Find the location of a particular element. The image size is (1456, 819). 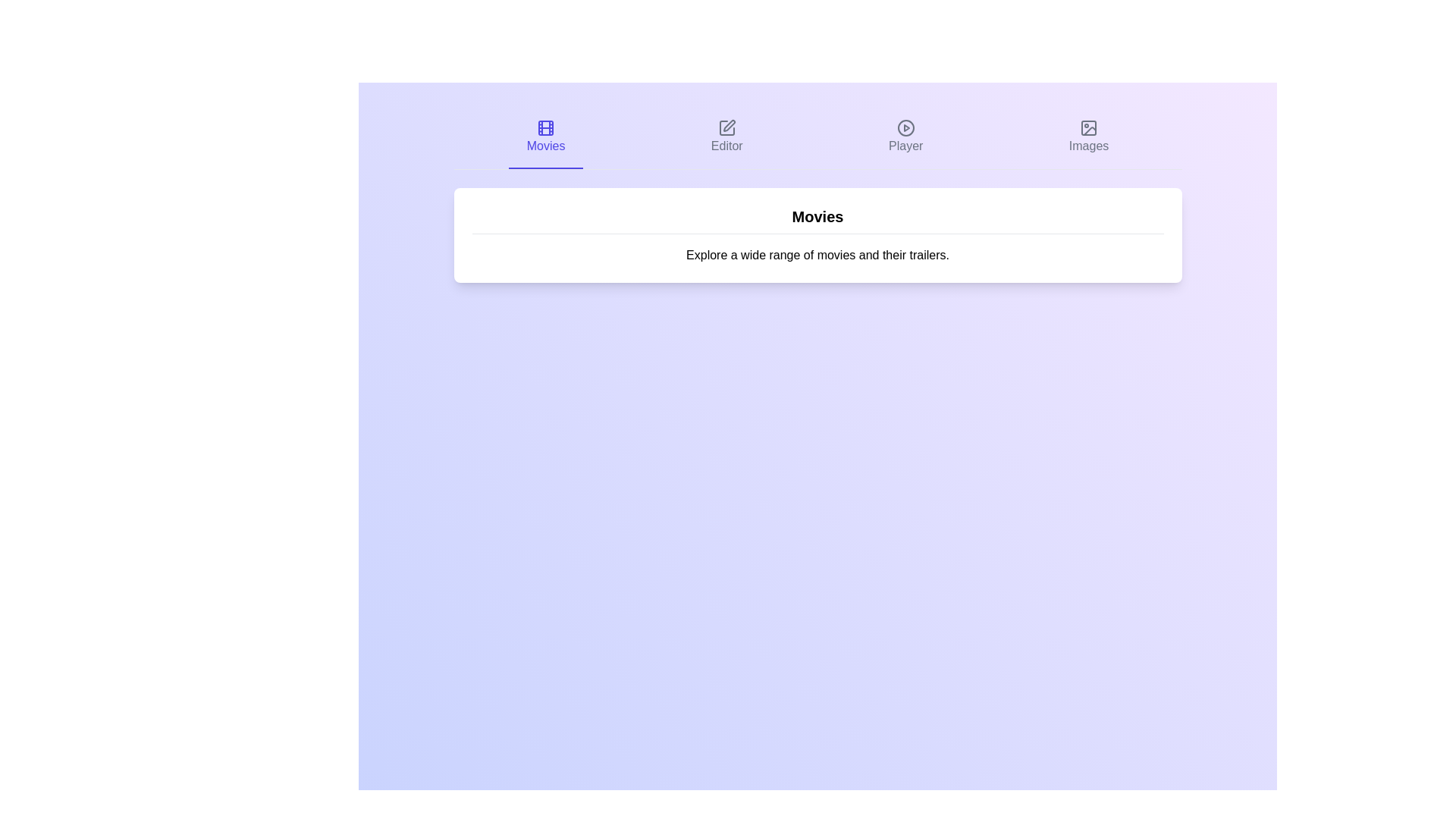

the Player tab by clicking on it is located at coordinates (905, 137).